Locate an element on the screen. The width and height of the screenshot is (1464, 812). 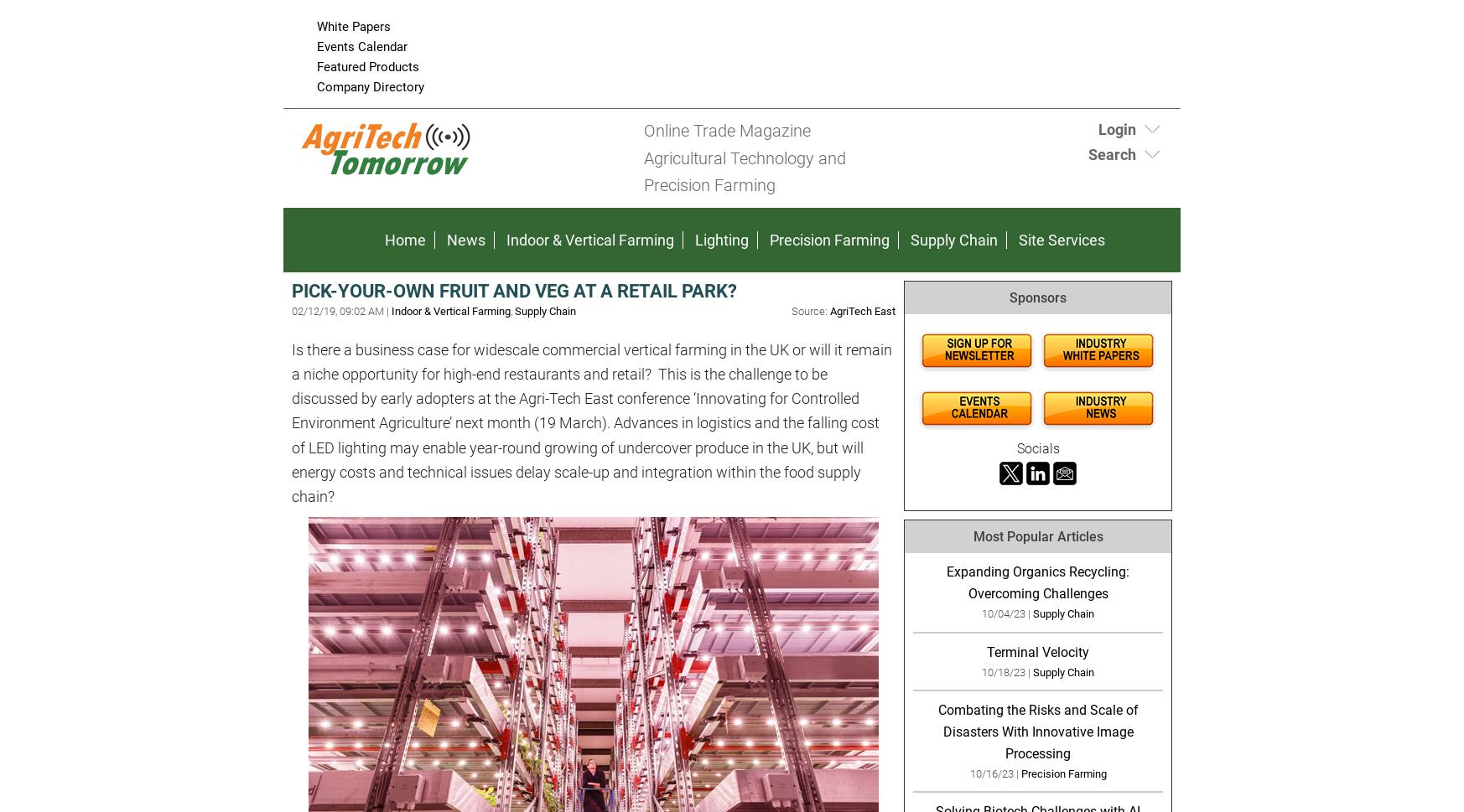
'Site Services' is located at coordinates (1017, 239).